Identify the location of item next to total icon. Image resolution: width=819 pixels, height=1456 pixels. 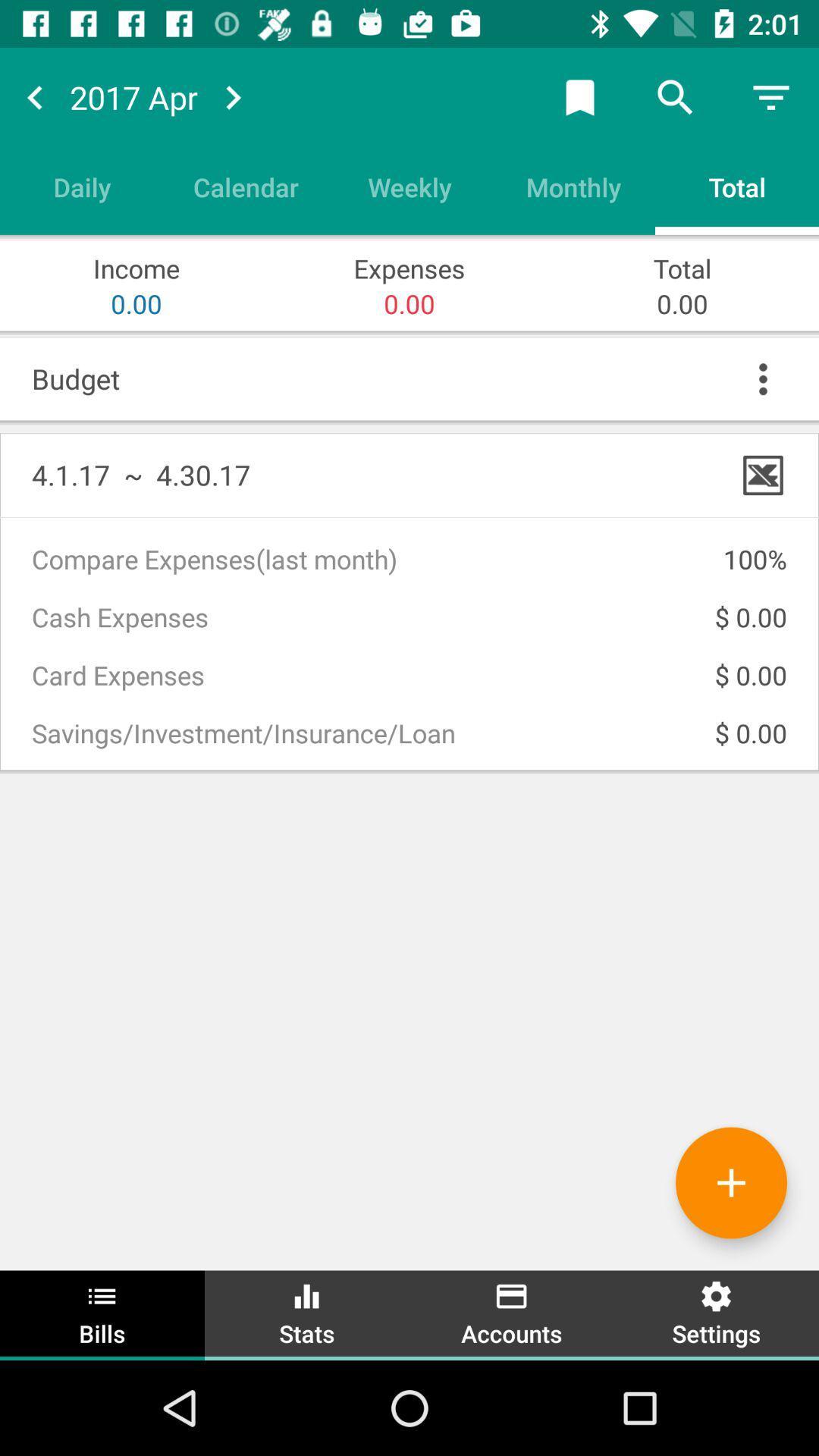
(573, 186).